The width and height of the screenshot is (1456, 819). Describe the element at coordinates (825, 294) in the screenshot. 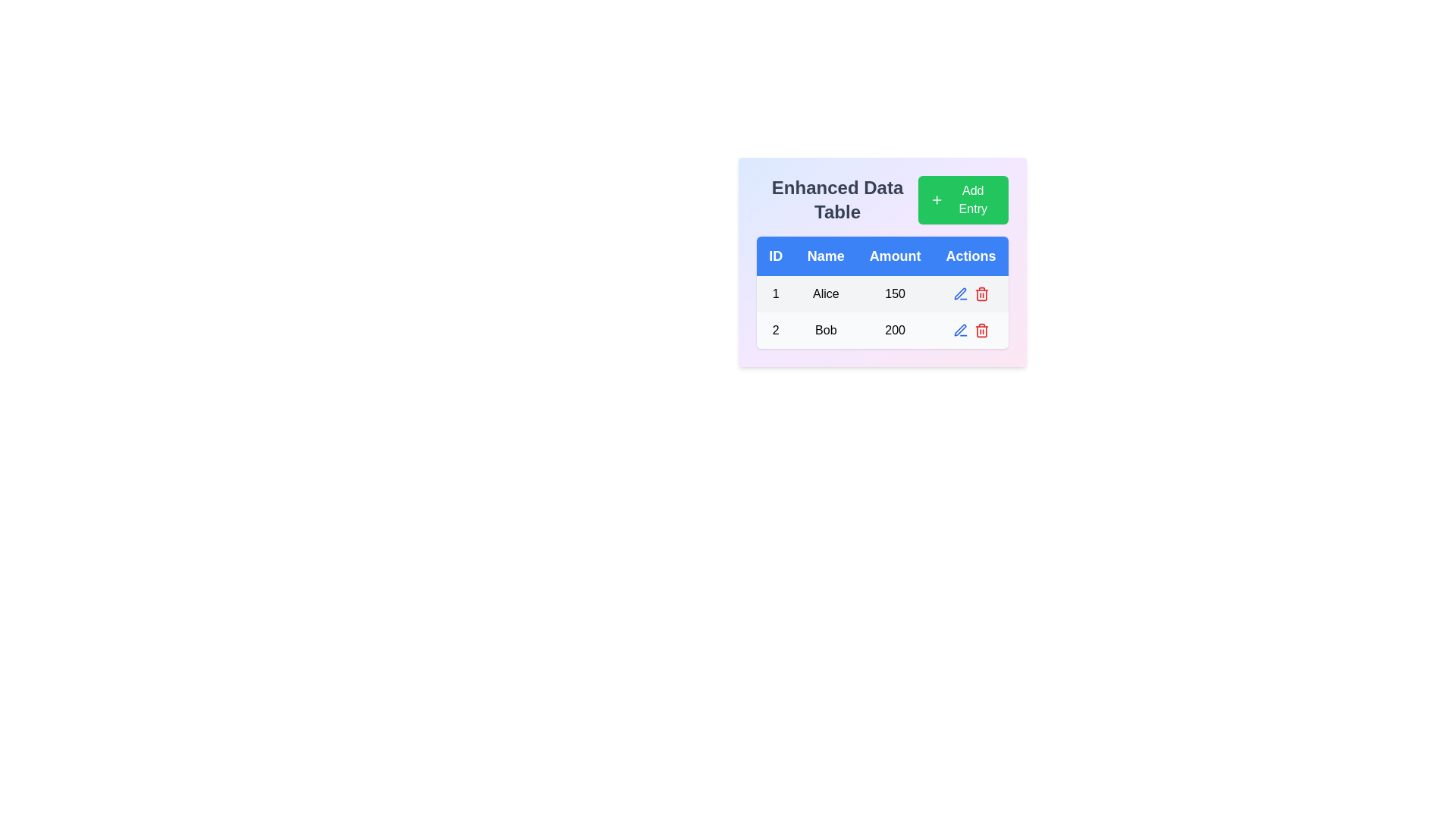

I see `the text label displaying 'Alice' in the 'Name' column of the table, positioned between ID '1' and amount '150'` at that location.